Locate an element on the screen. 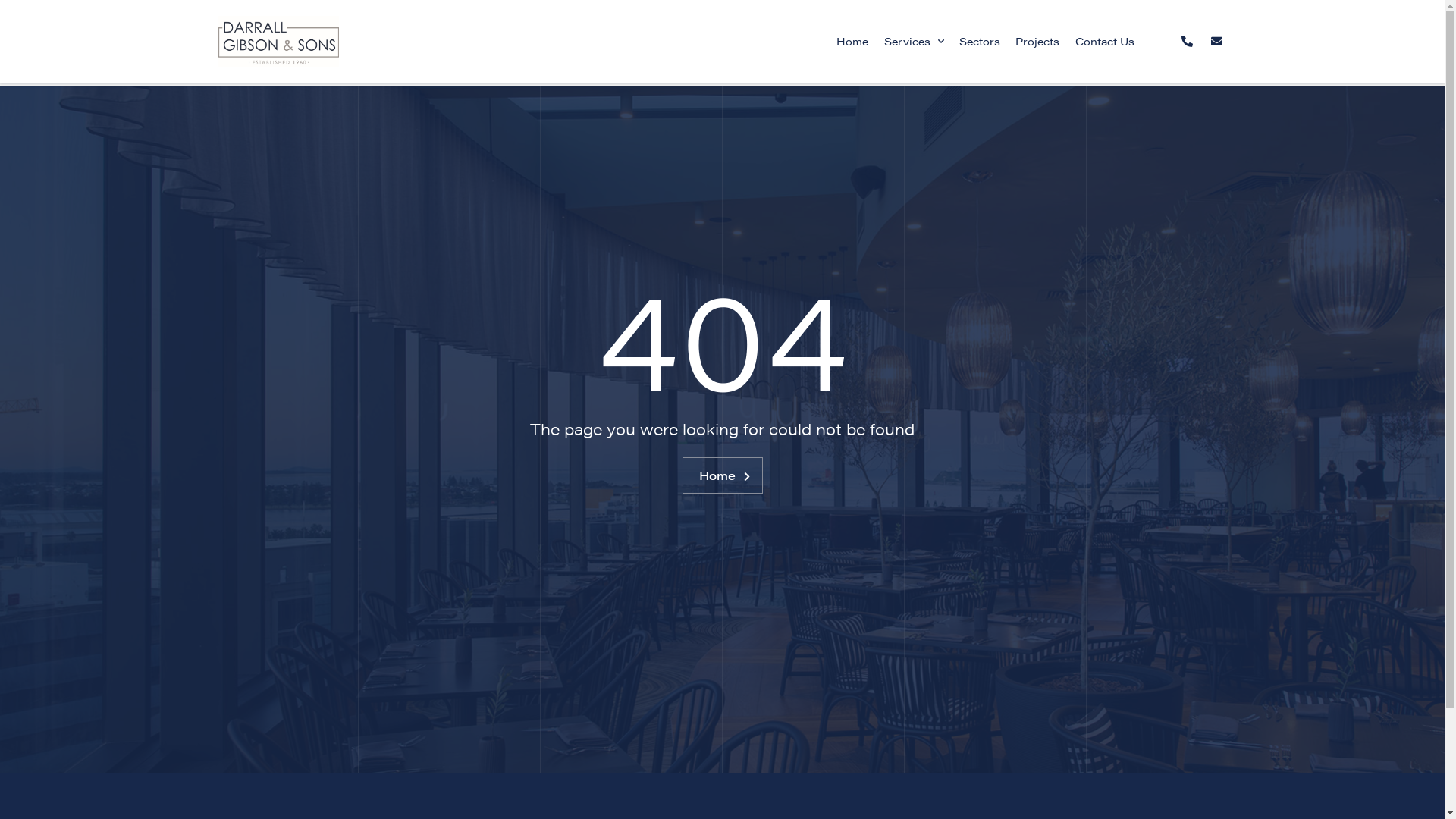  'Projects' is located at coordinates (1037, 40).